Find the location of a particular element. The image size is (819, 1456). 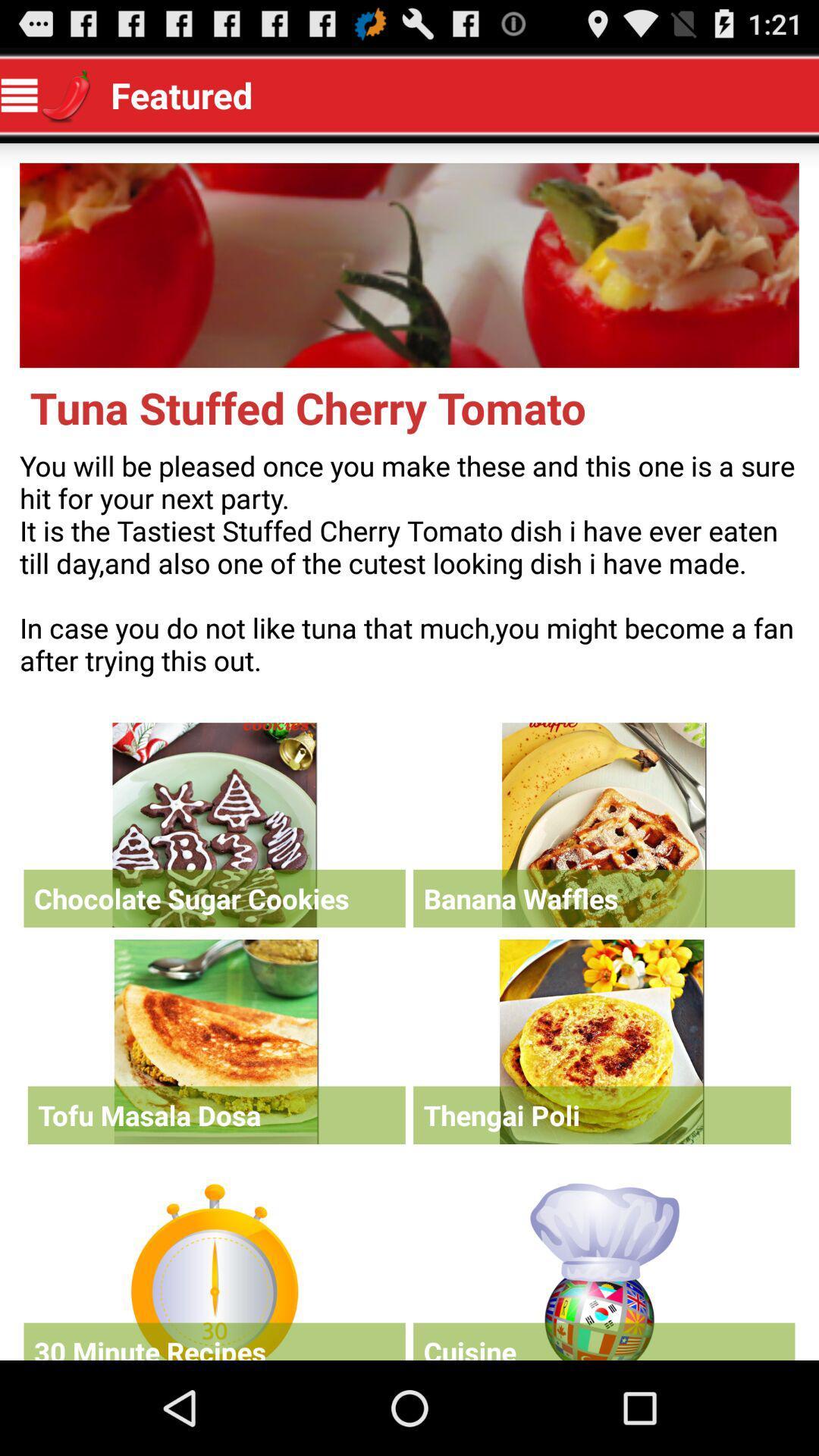

page is located at coordinates (601, 1040).